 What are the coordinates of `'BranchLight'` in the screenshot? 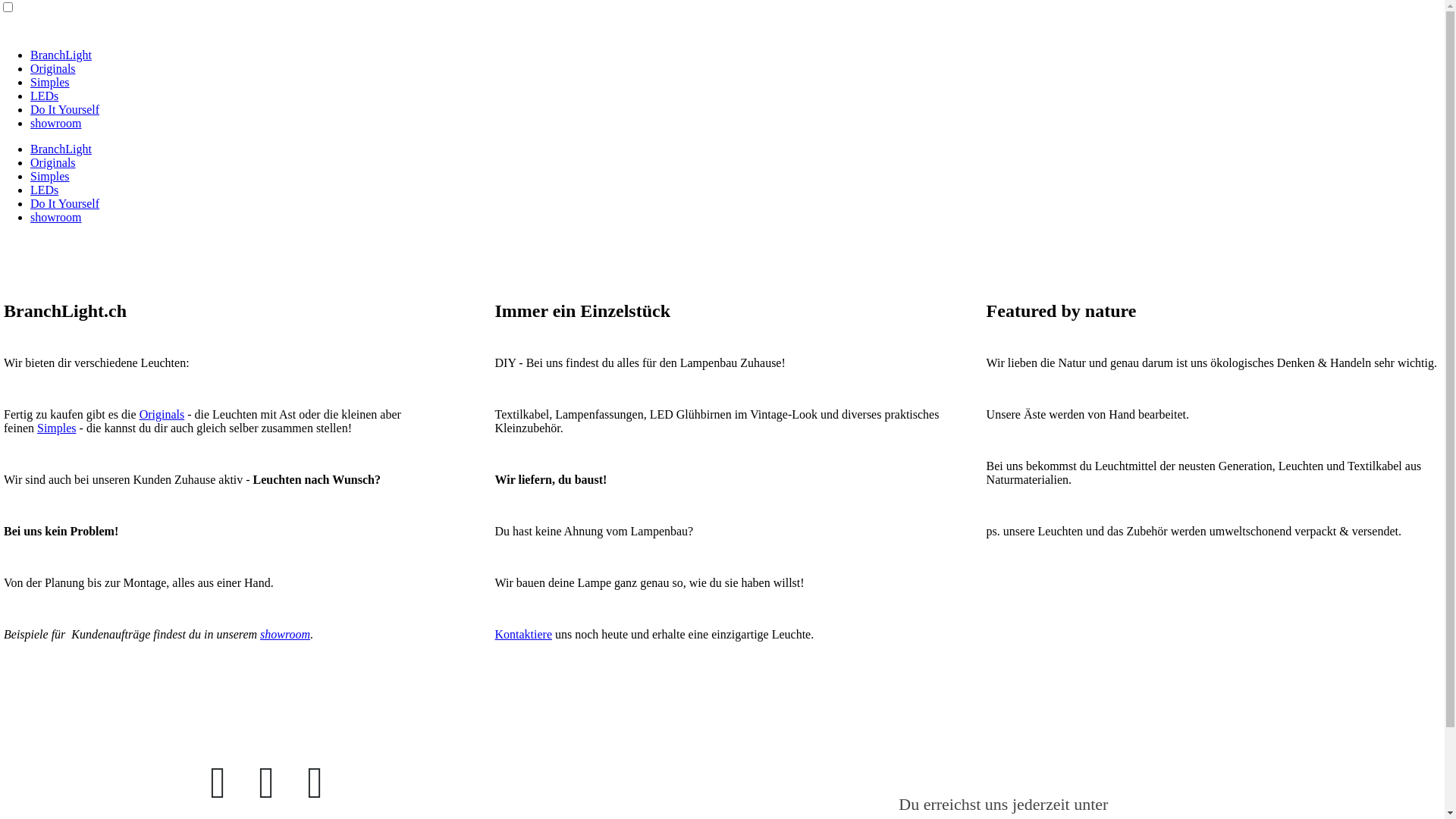 It's located at (61, 149).